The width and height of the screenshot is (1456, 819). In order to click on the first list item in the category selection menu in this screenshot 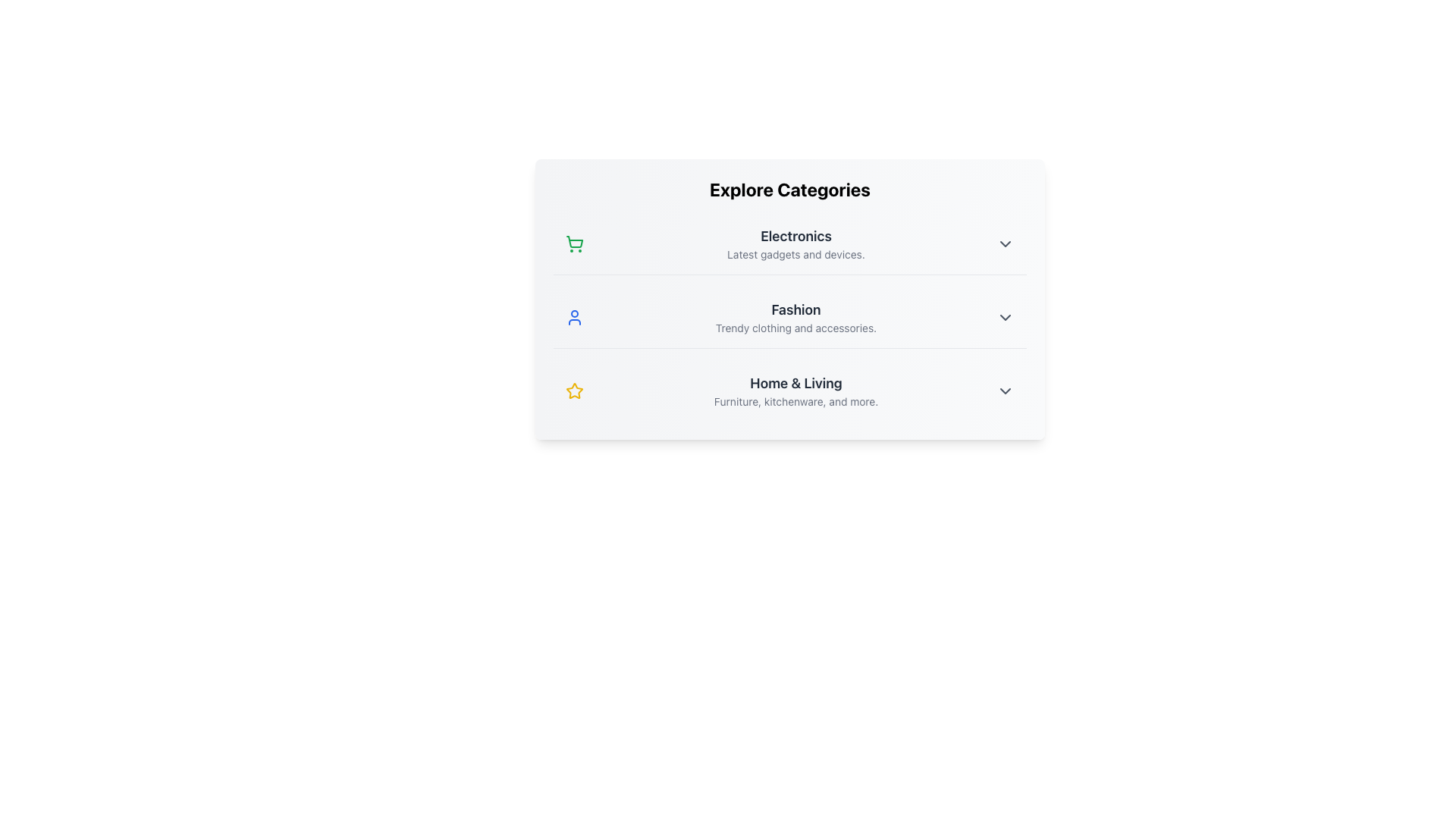, I will do `click(789, 243)`.